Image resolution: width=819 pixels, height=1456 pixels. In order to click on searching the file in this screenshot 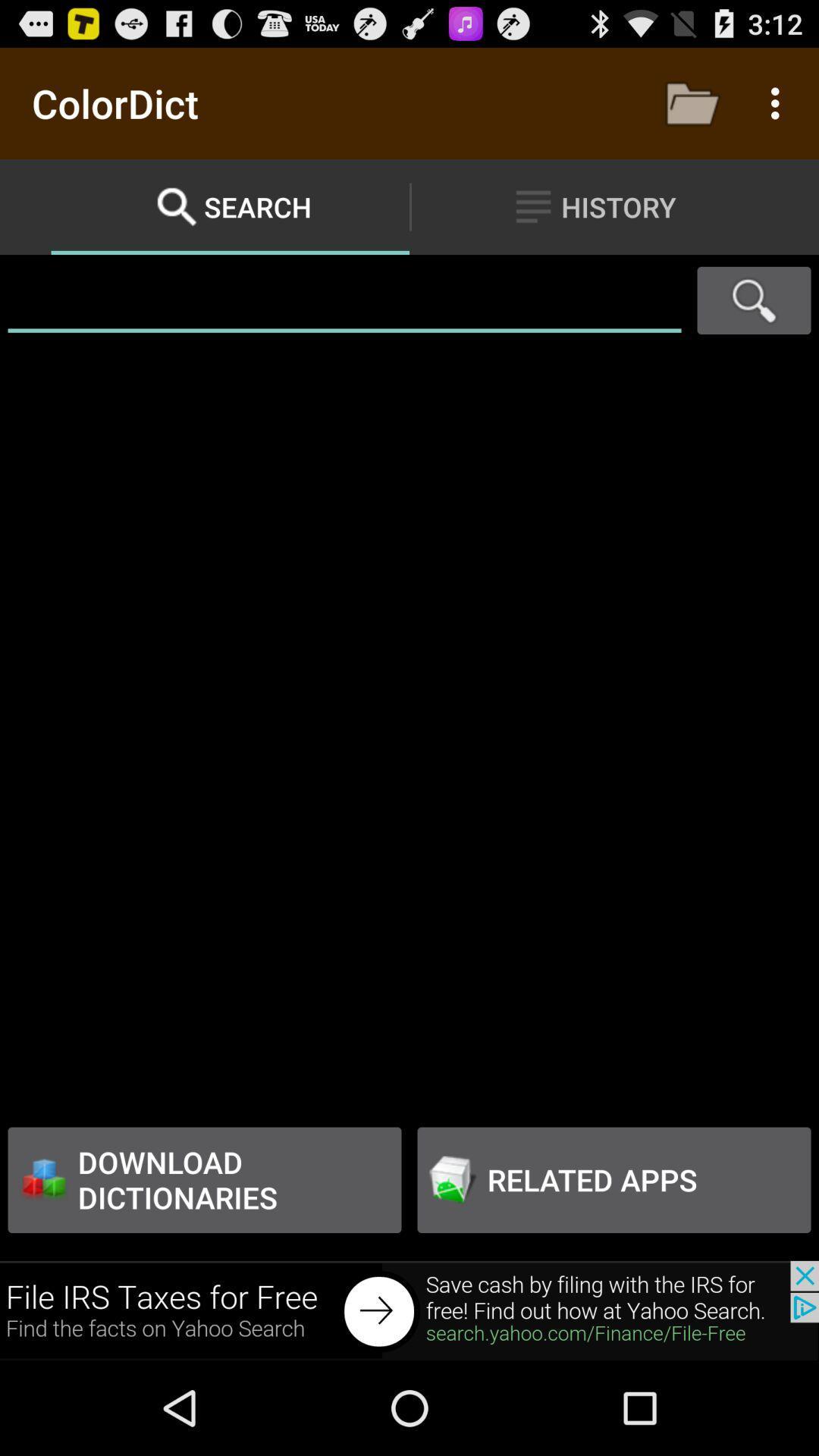, I will do `click(344, 300)`.